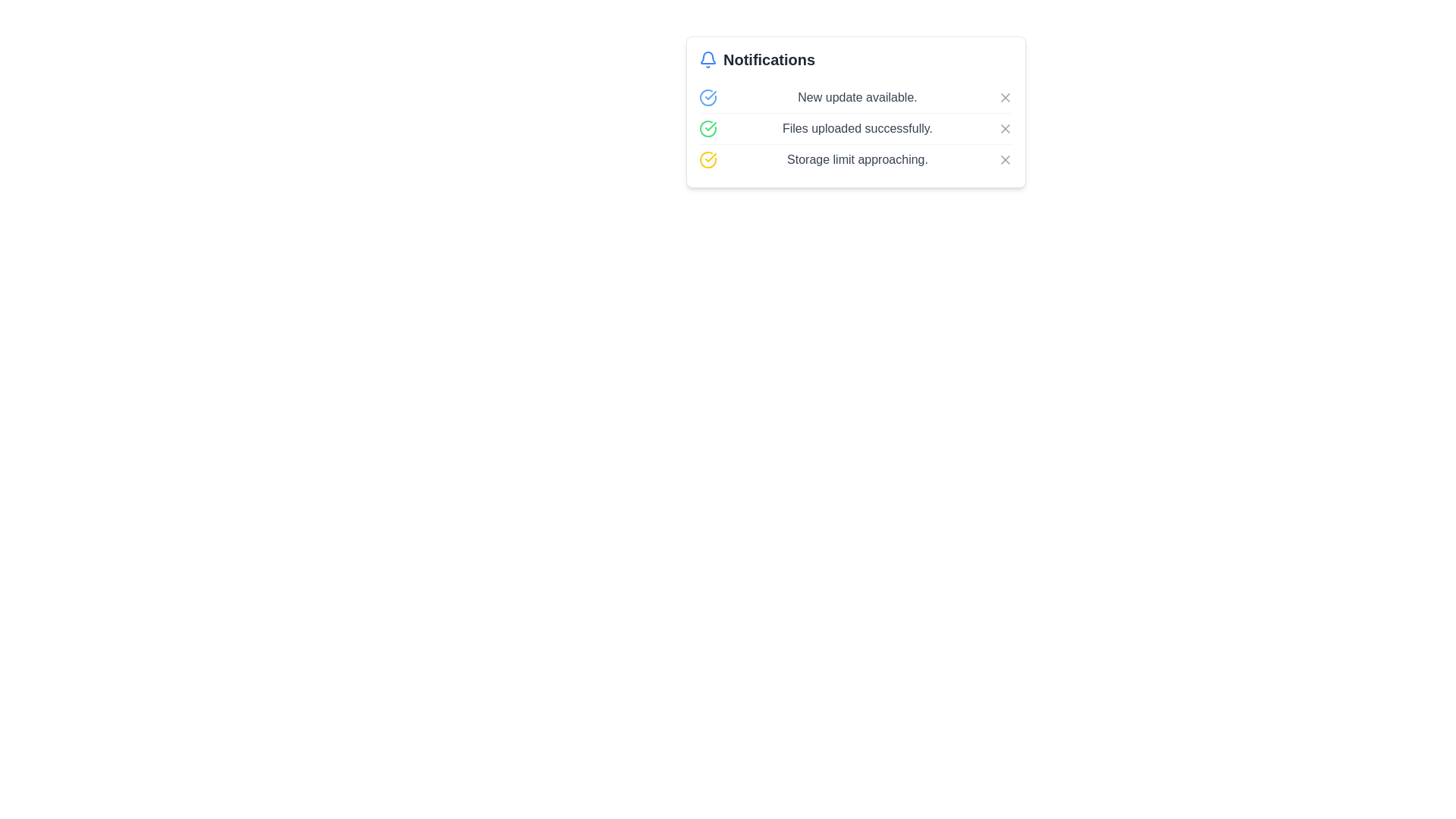 The image size is (1456, 819). I want to click on the notification row displaying the message 'Storage limit approaching.', so click(855, 159).